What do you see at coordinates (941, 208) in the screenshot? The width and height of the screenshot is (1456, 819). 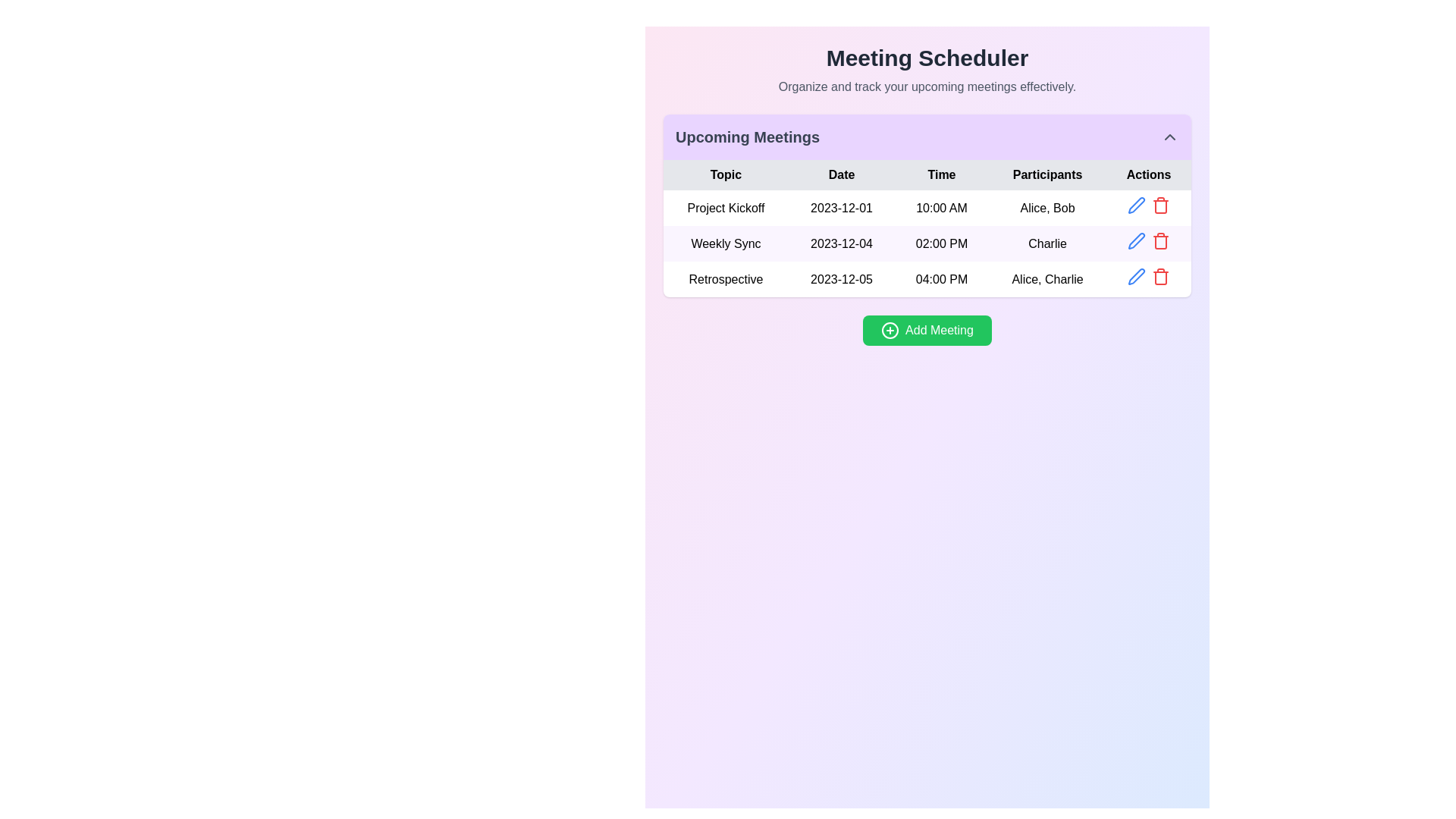 I see `time displayed on the Text label located in the third column of the first row of the table under 'Upcoming Meetings', positioned between '2023-12-01' and 'Alice, Bob'` at bounding box center [941, 208].